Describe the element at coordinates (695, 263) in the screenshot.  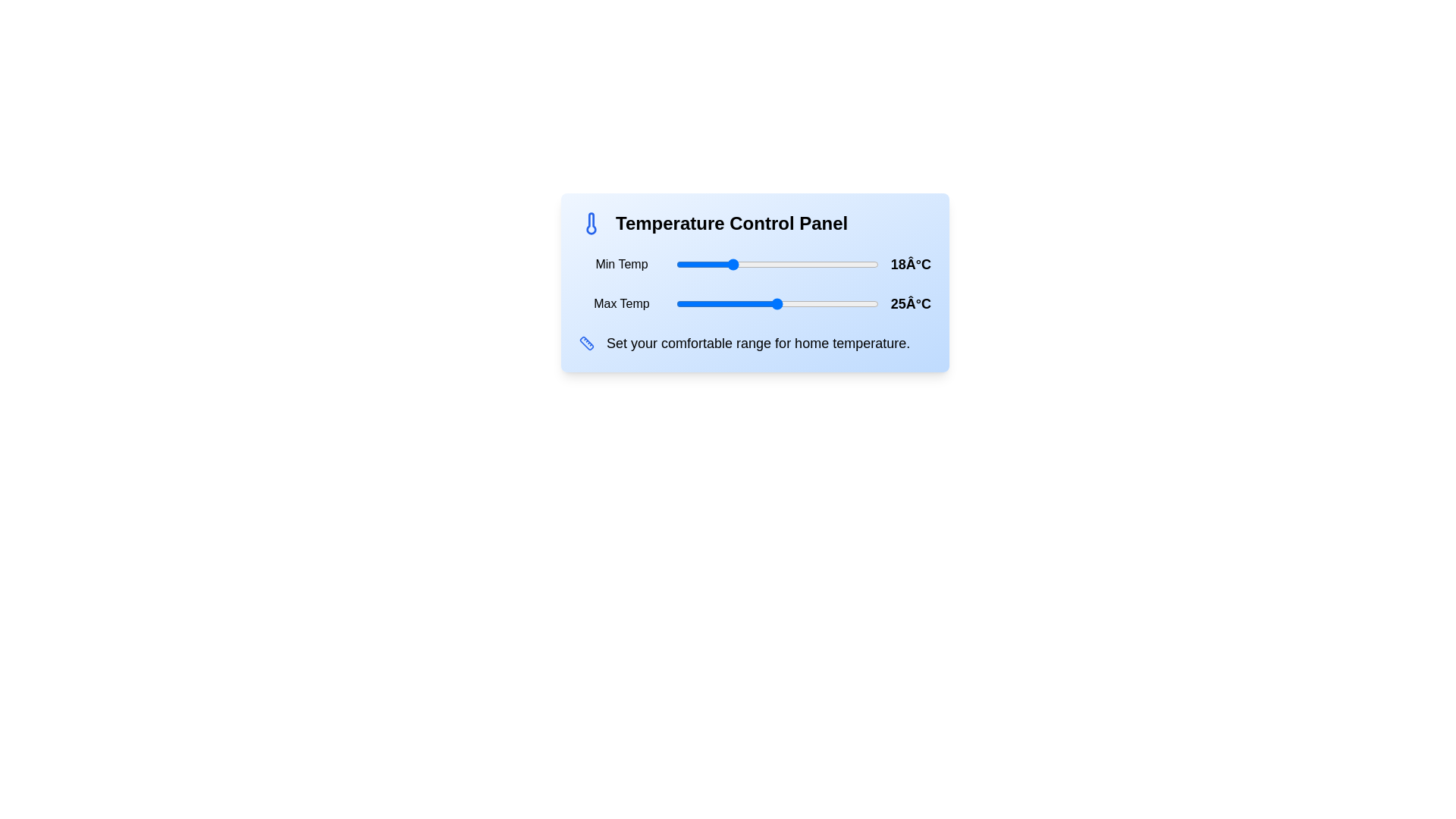
I see `the minimum temperature to 13°C using the slider` at that location.